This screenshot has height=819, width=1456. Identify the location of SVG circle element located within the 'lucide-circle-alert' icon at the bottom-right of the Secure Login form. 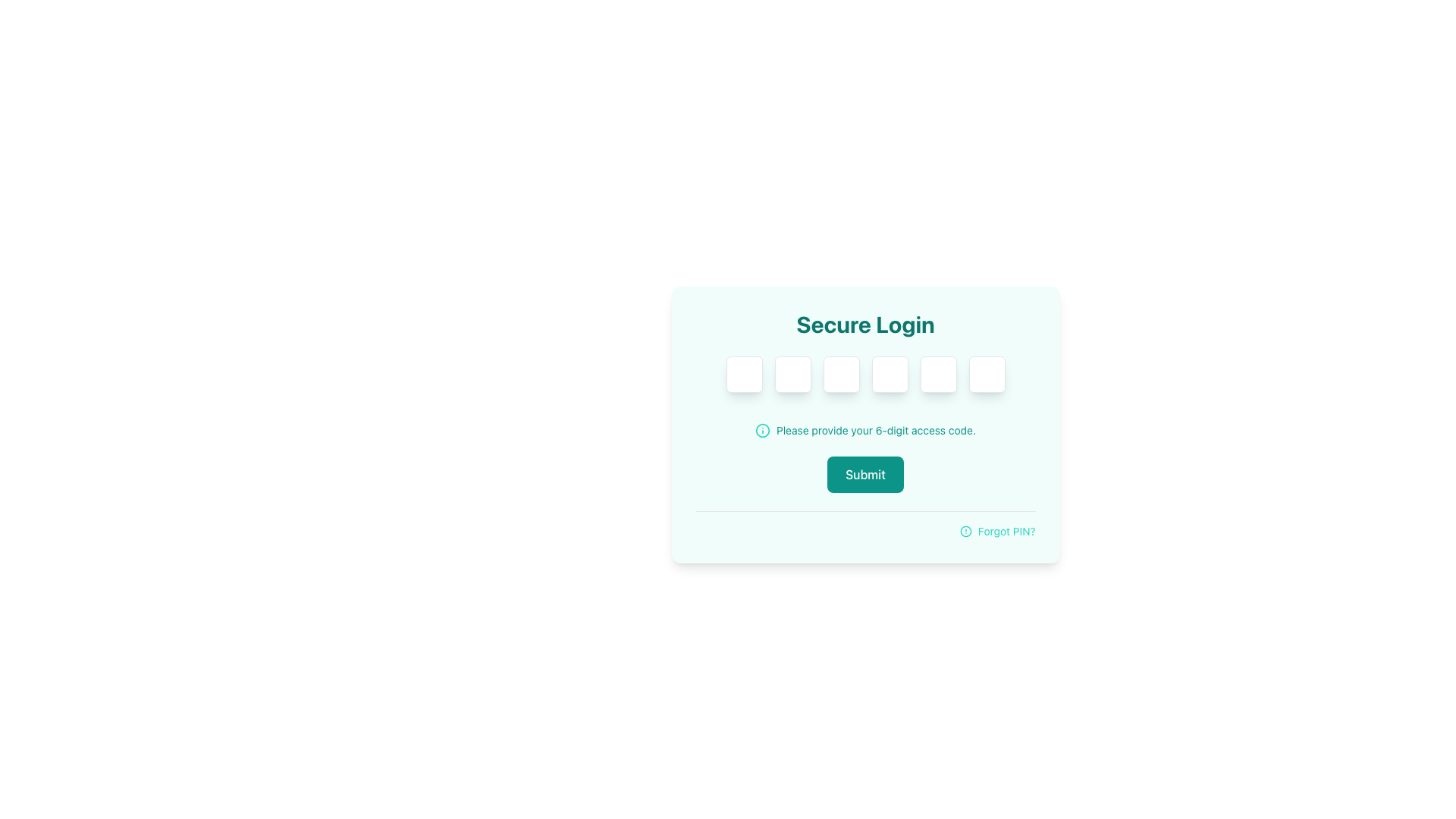
(965, 531).